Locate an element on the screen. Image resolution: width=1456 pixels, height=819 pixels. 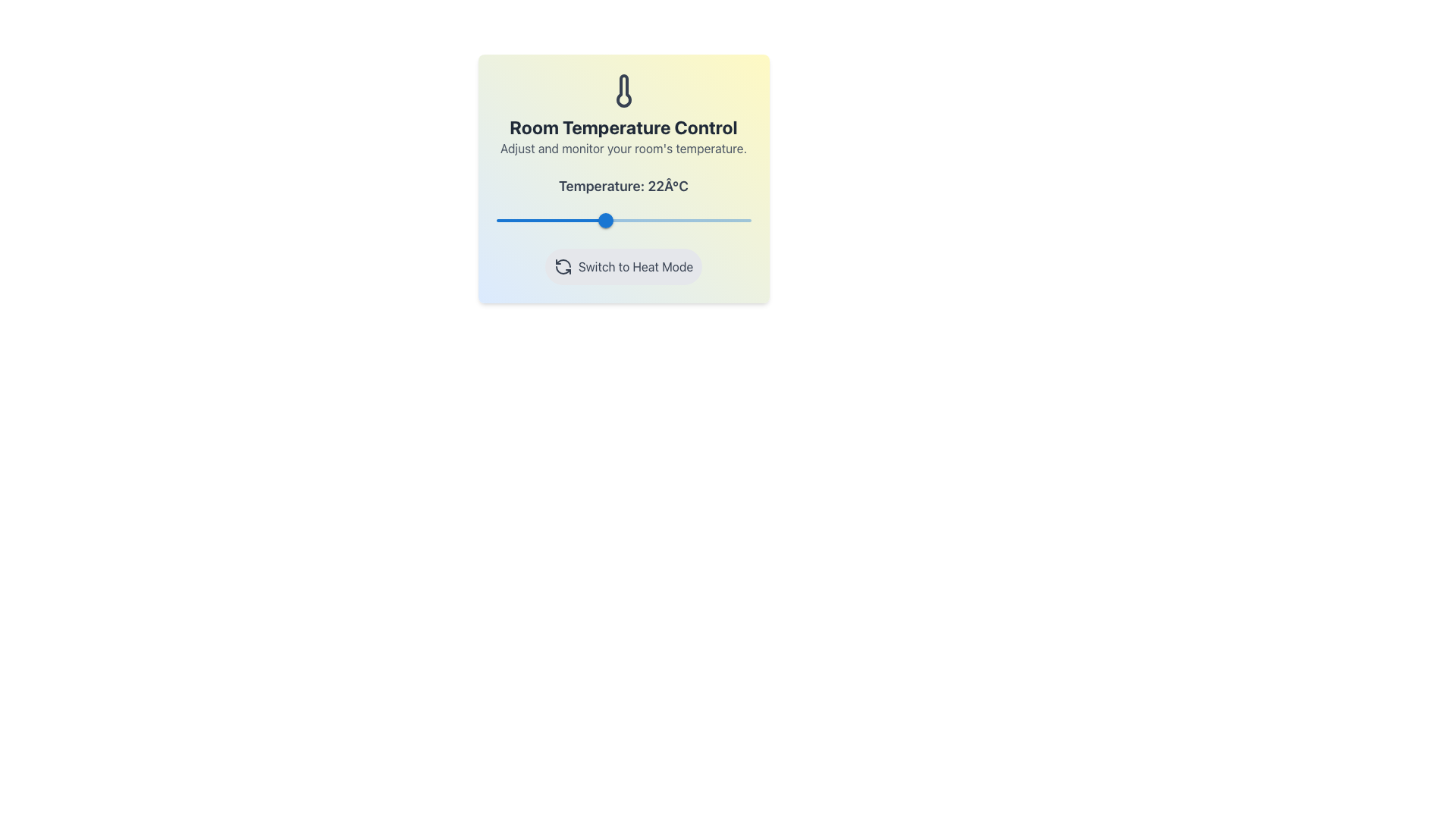
the temperature is located at coordinates (610, 220).